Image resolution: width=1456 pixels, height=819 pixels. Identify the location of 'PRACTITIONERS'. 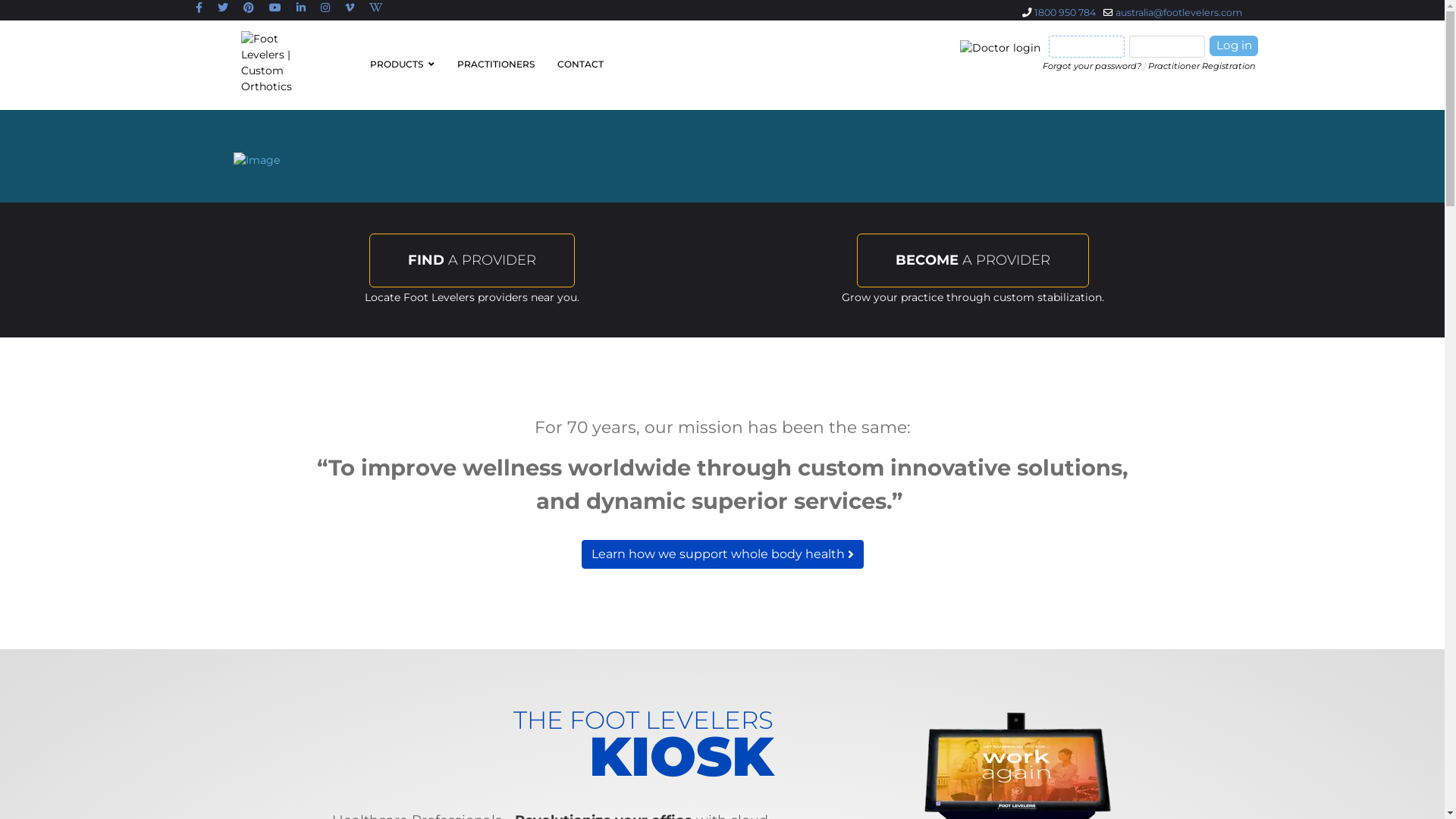
(495, 63).